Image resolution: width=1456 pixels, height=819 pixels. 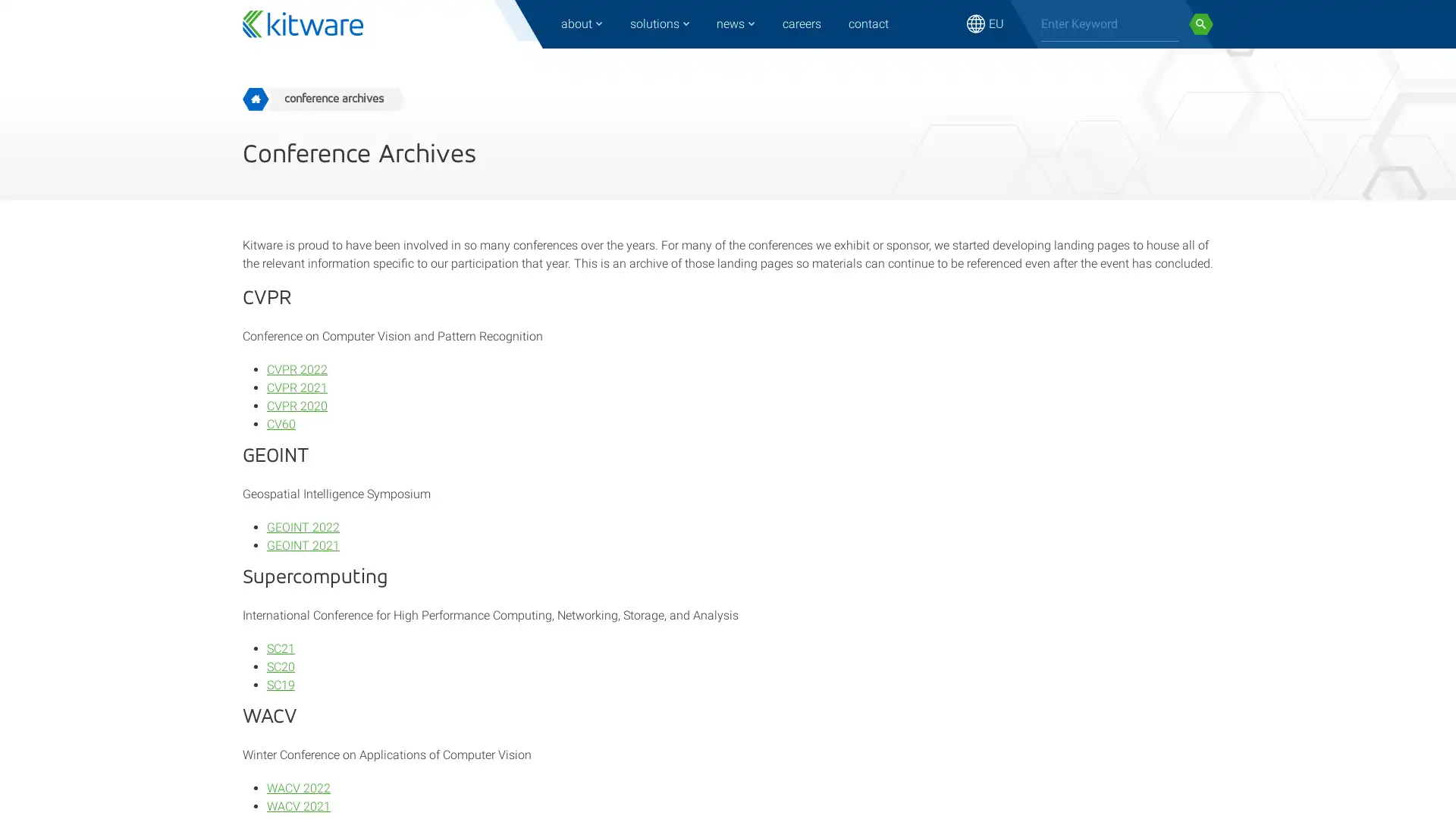 What do you see at coordinates (1200, 24) in the screenshot?
I see `Search` at bounding box center [1200, 24].